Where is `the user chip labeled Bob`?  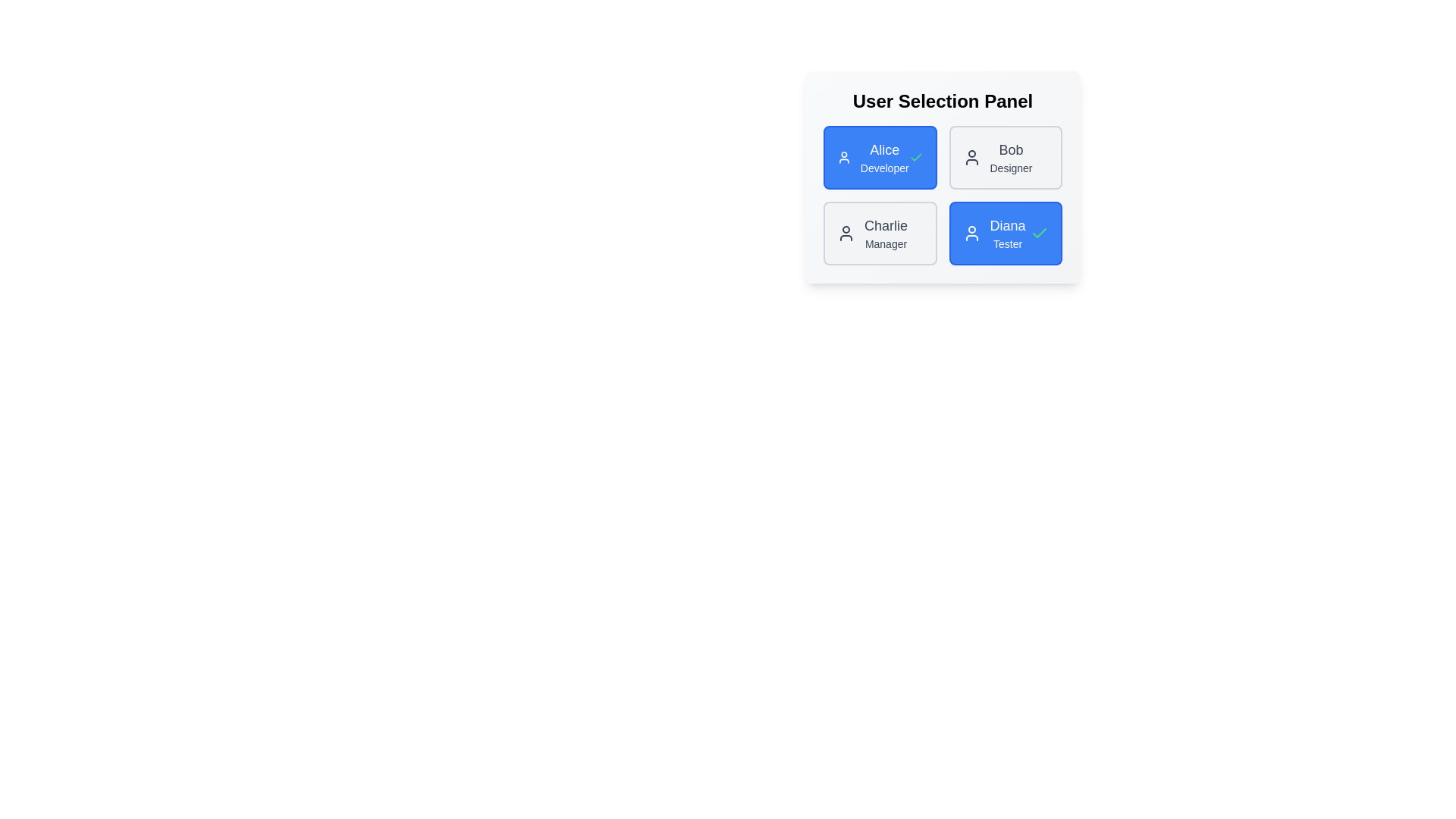 the user chip labeled Bob is located at coordinates (1006, 158).